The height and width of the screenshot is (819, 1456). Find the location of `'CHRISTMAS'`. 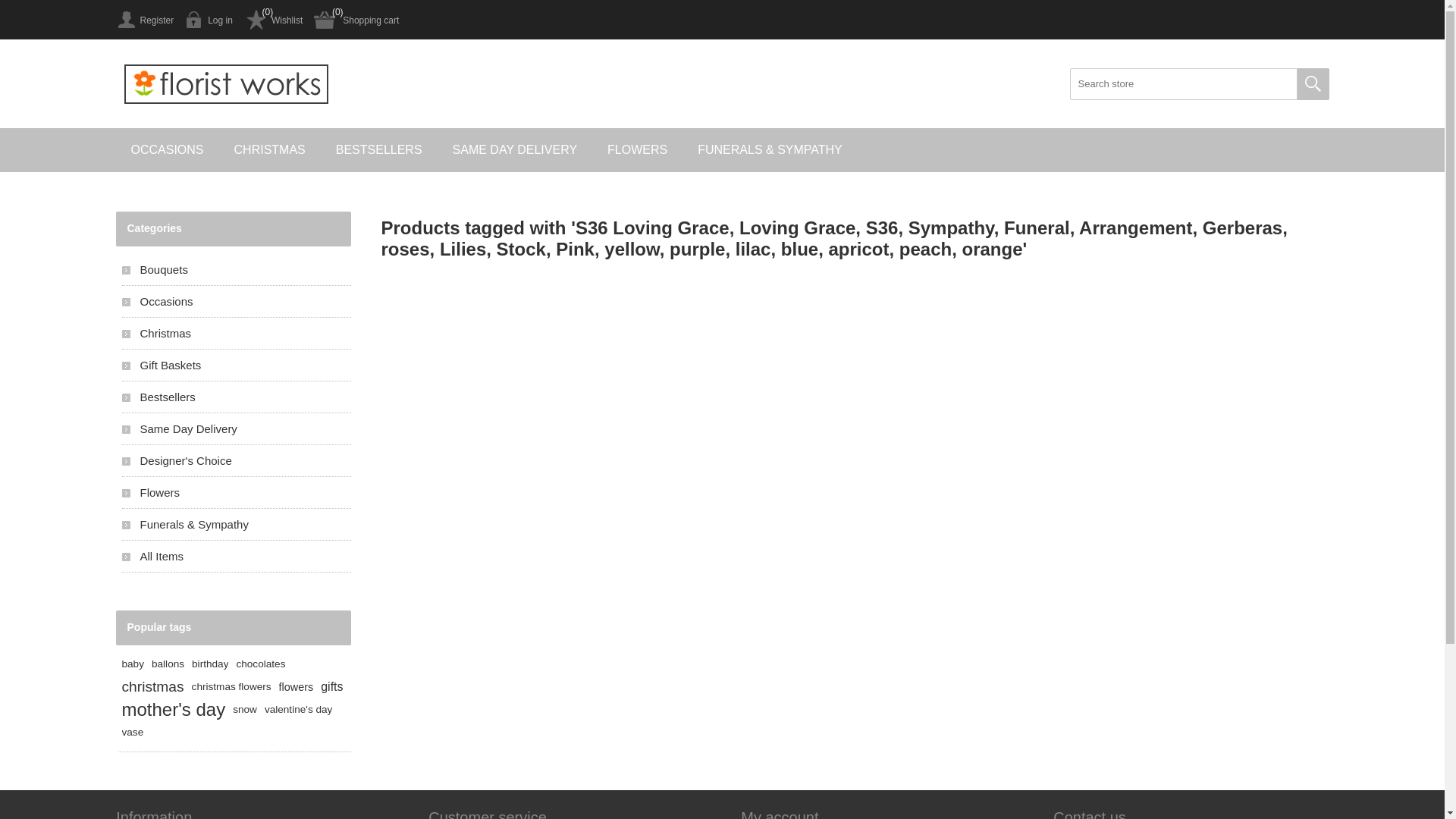

'CHRISTMAS' is located at coordinates (269, 149).